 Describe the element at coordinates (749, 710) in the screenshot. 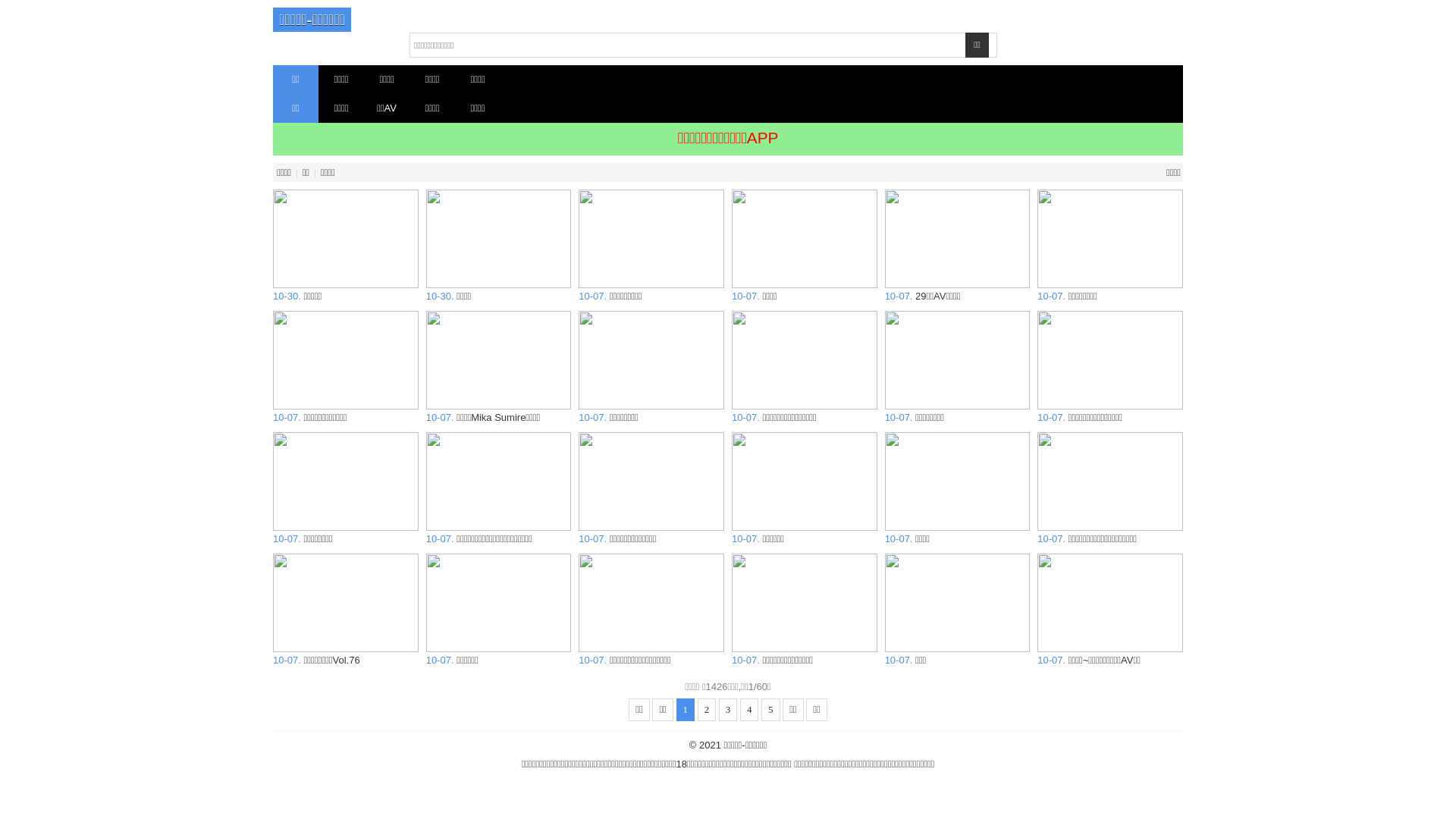

I see `'4'` at that location.